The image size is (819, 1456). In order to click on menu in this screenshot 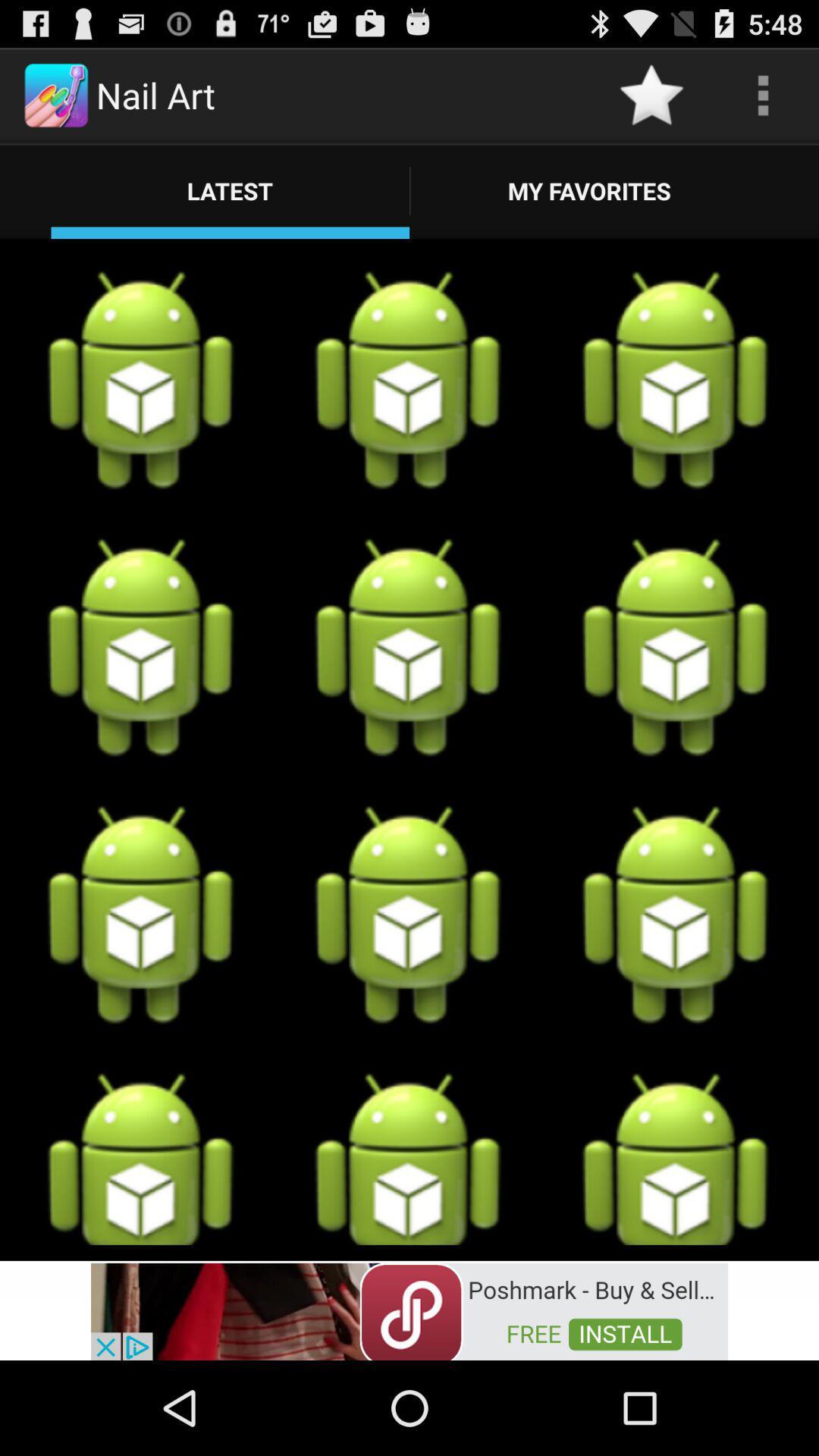, I will do `click(763, 94)`.